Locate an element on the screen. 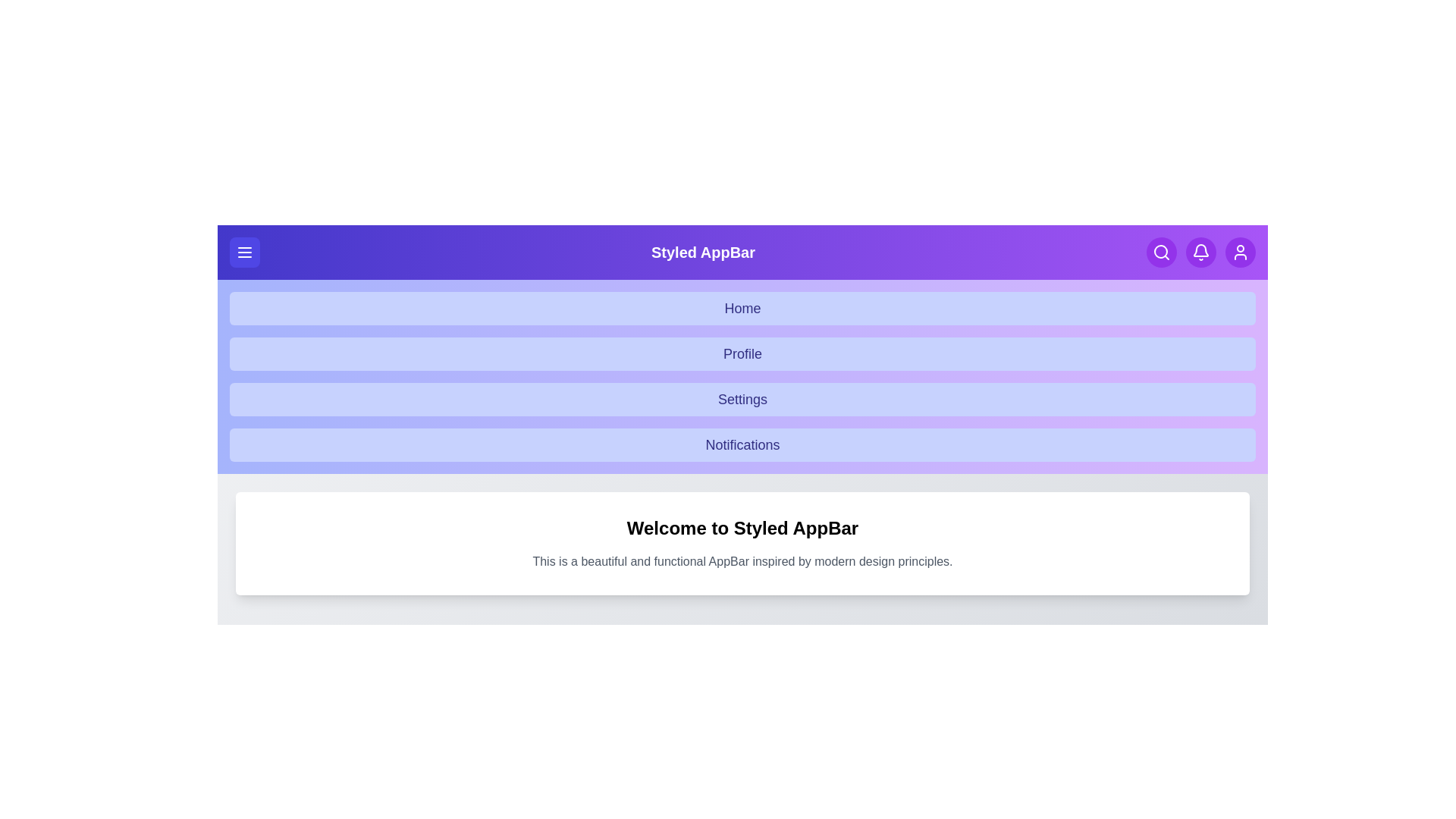 The height and width of the screenshot is (819, 1456). the search button to activate the search functionality is located at coordinates (1160, 251).